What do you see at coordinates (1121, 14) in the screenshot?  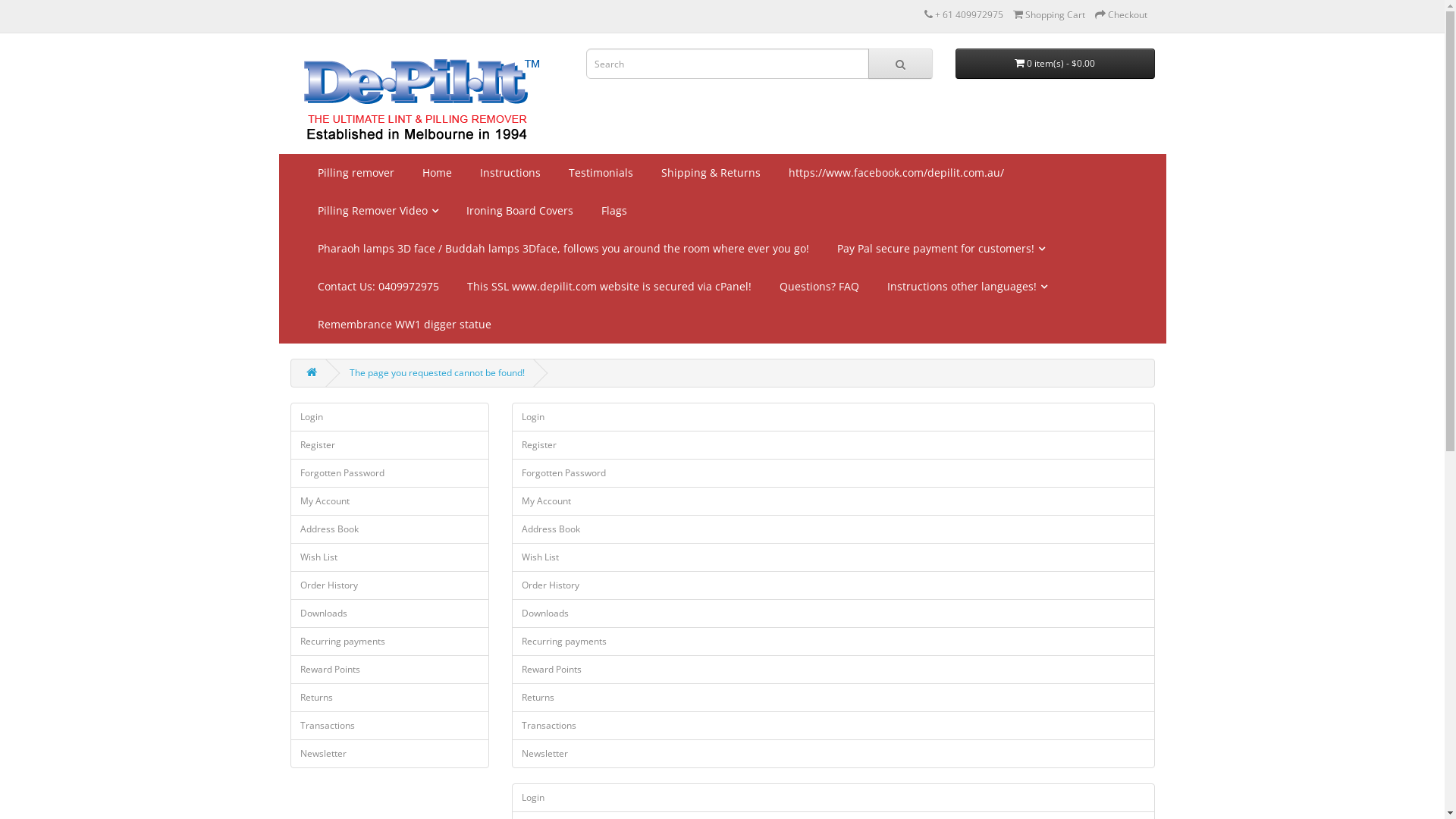 I see `'Checkout'` at bounding box center [1121, 14].